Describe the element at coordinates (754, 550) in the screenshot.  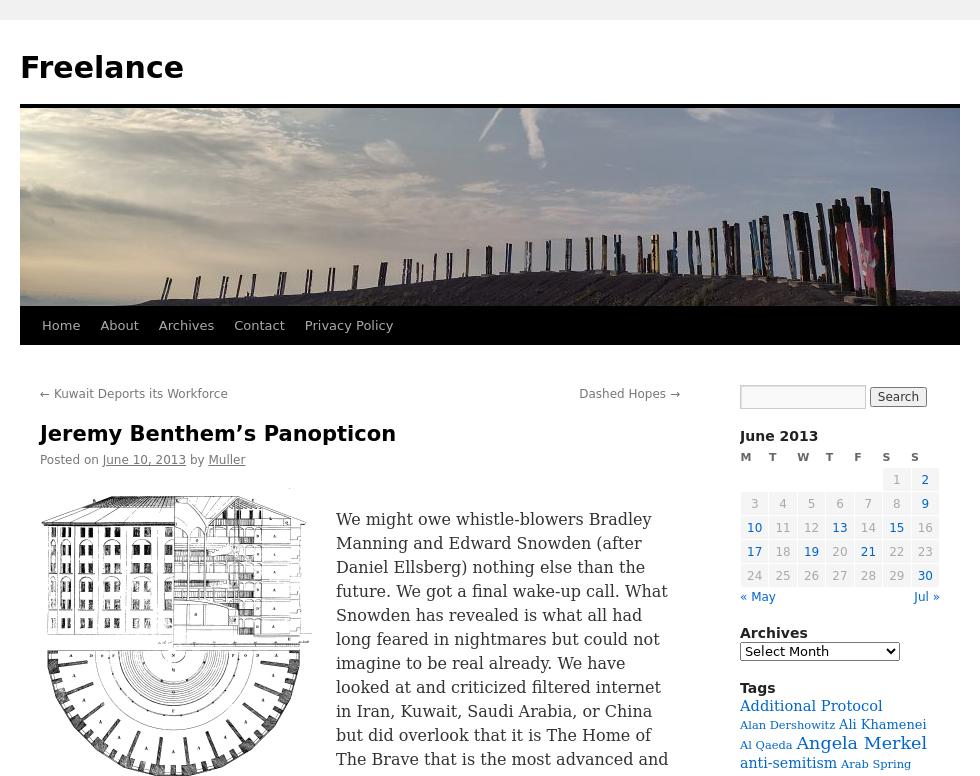
I see `'17'` at that location.